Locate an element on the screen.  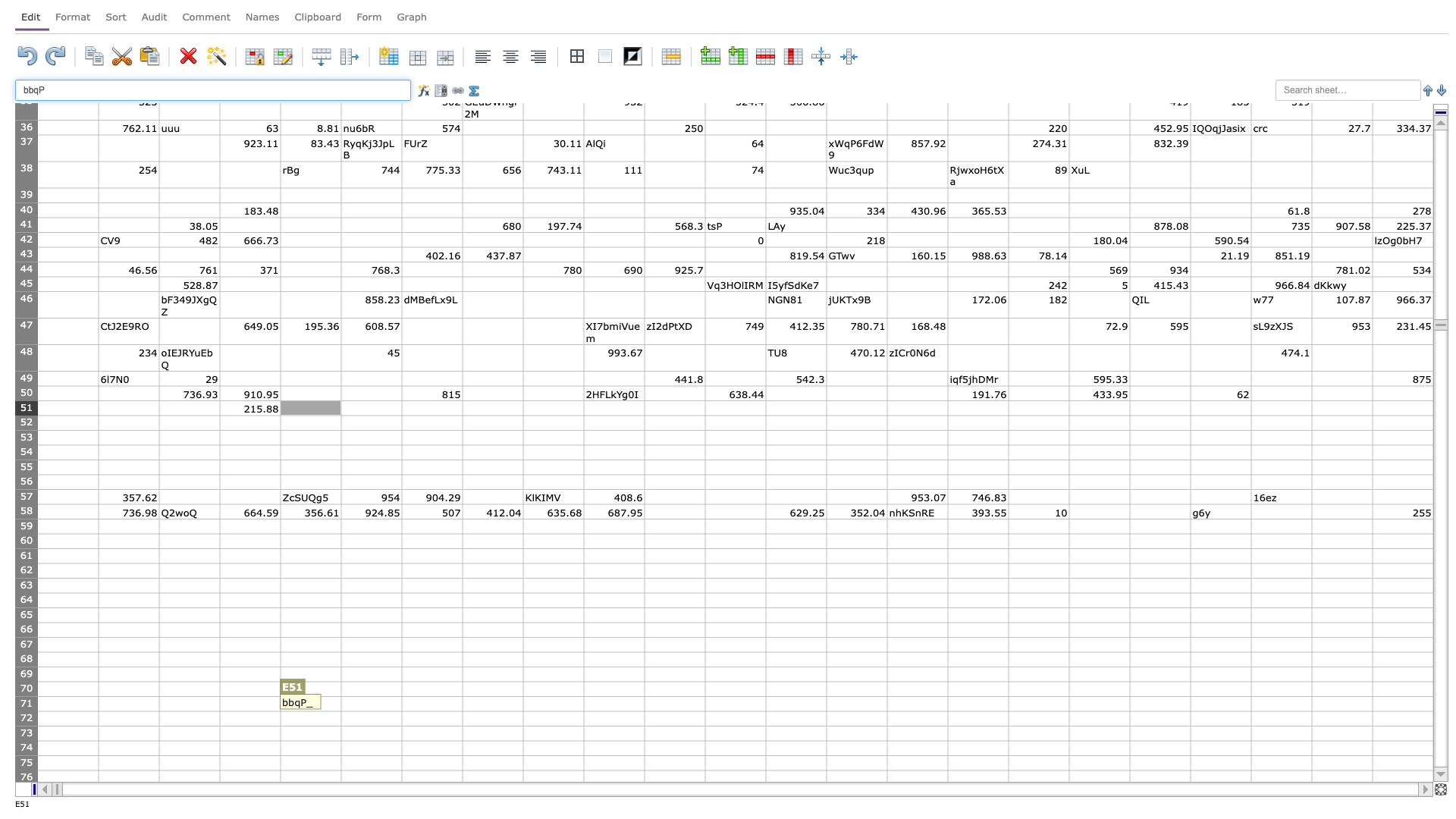
Lower right of G71 is located at coordinates (461, 711).